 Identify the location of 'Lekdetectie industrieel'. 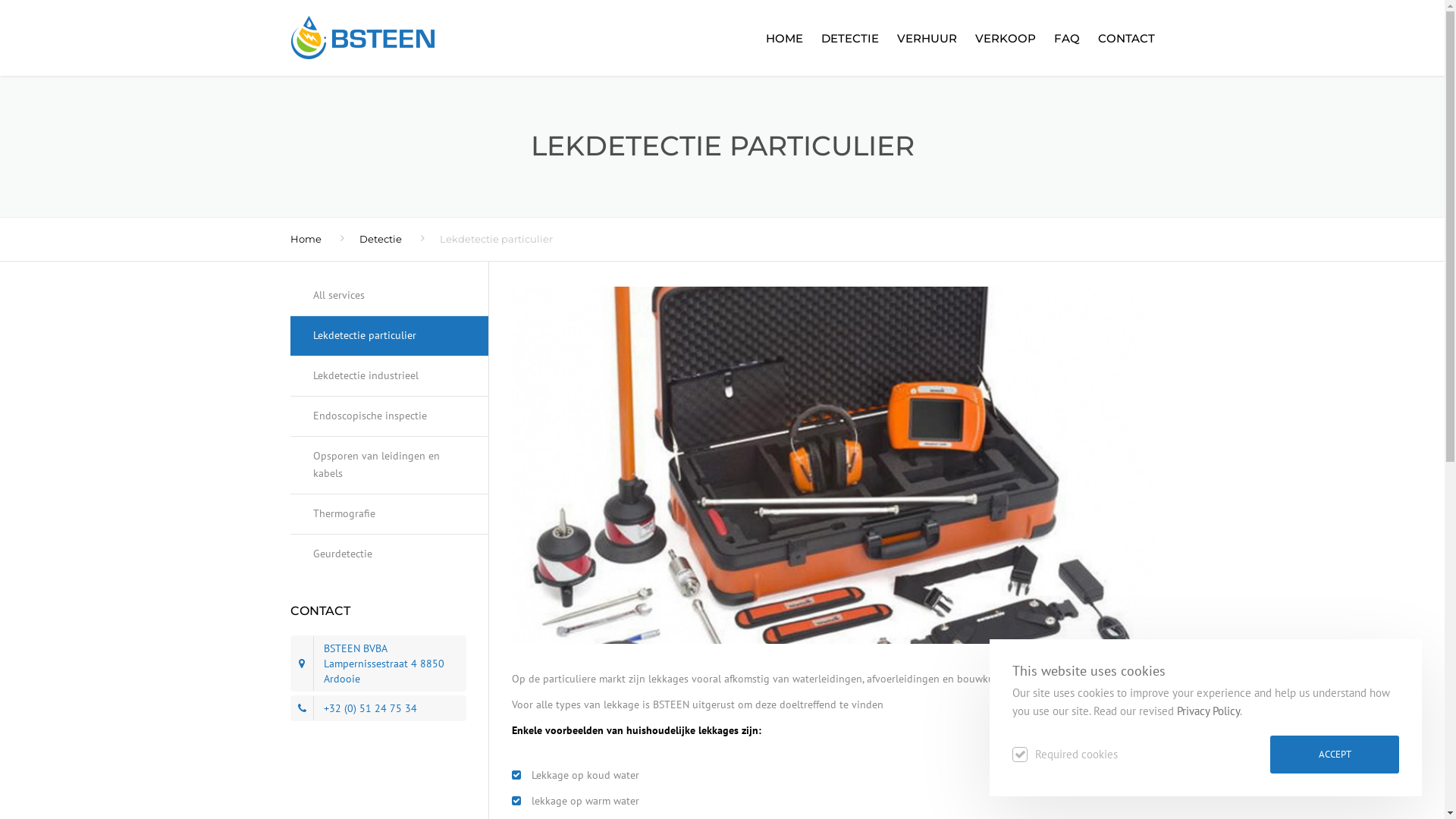
(389, 375).